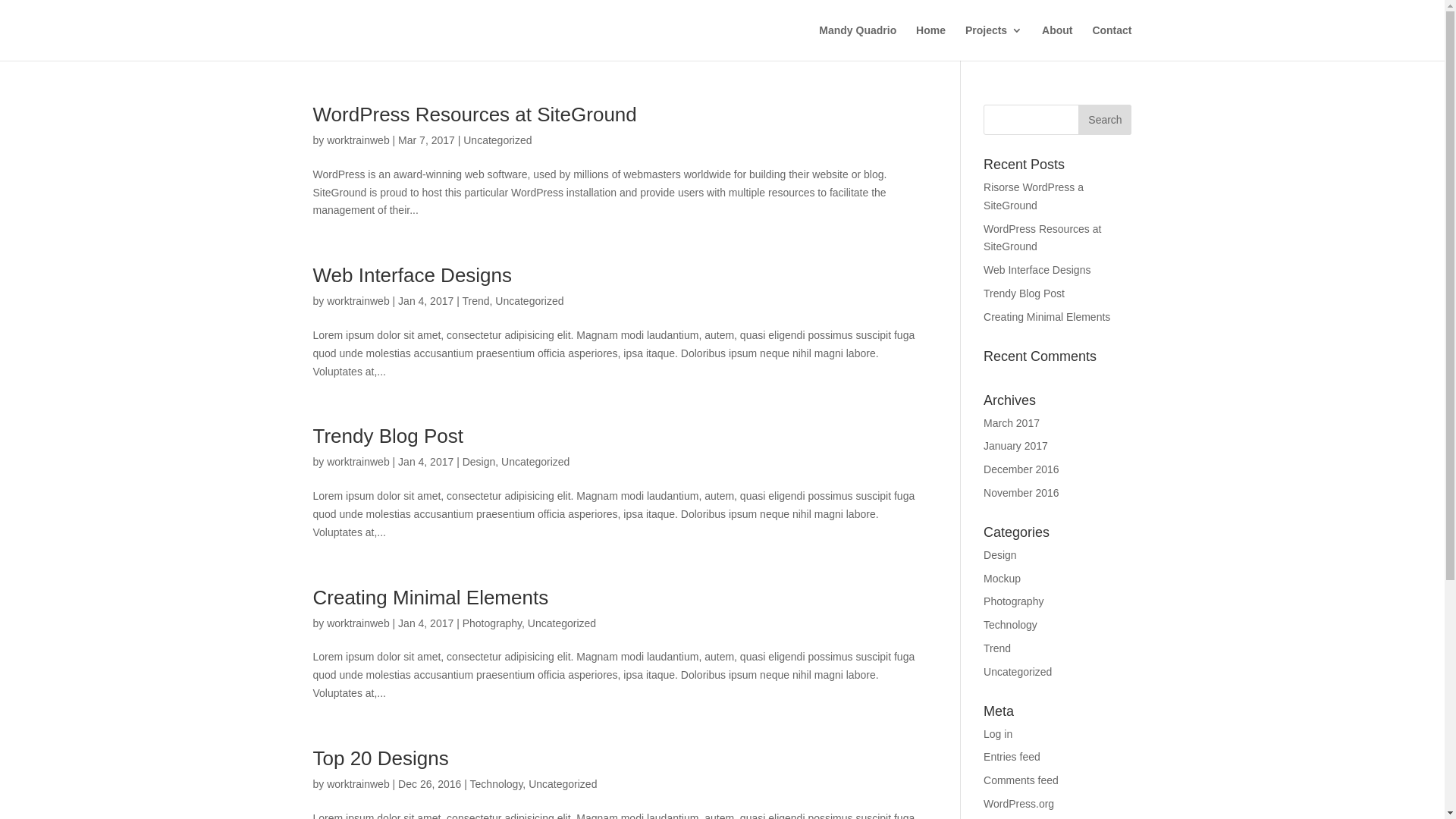 This screenshot has width=1456, height=819. Describe the element at coordinates (983, 493) in the screenshot. I see `'November 2016'` at that location.